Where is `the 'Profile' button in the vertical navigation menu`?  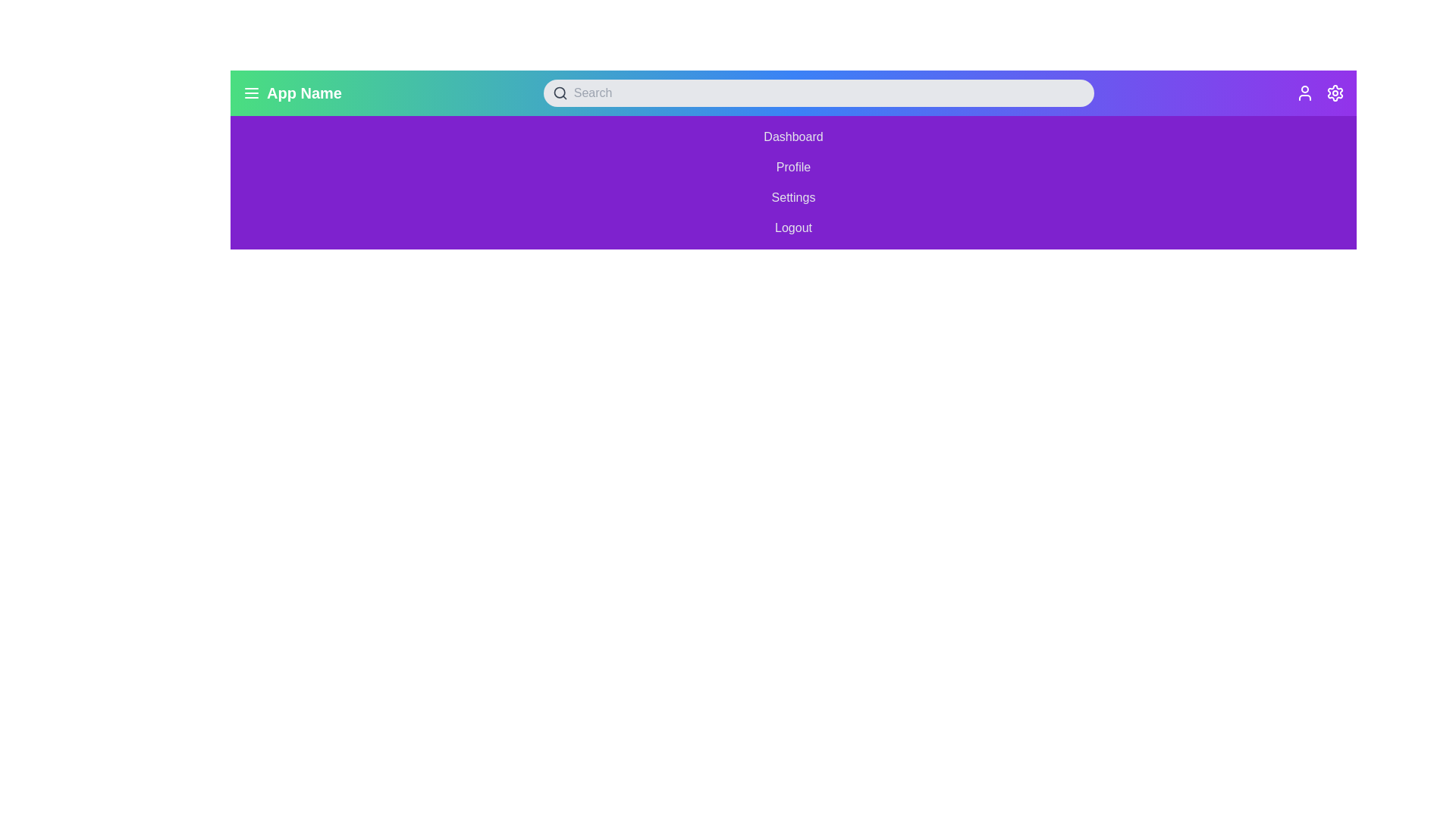 the 'Profile' button in the vertical navigation menu is located at coordinates (792, 167).